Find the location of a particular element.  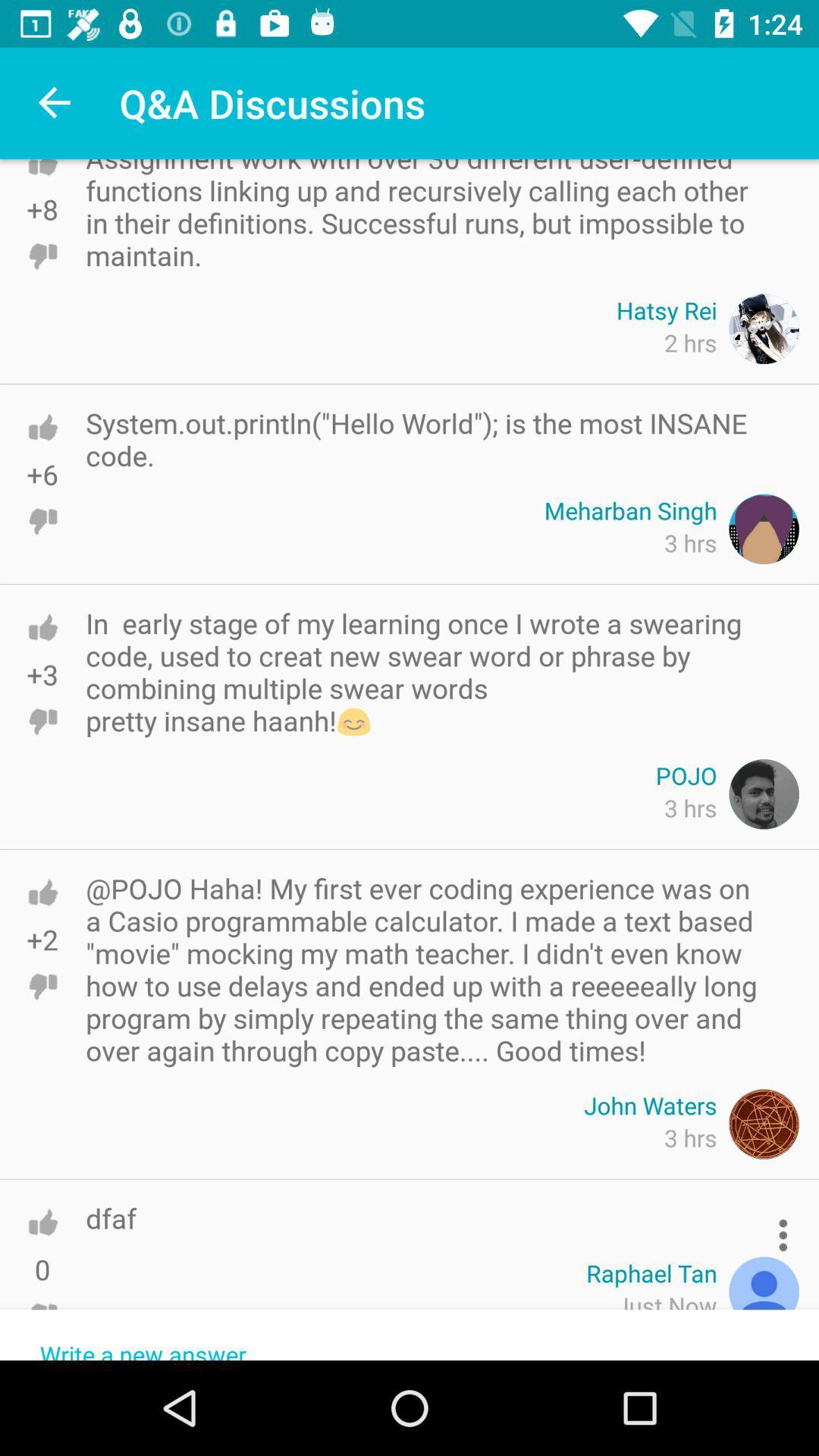

dislike displayed answer is located at coordinates (42, 256).